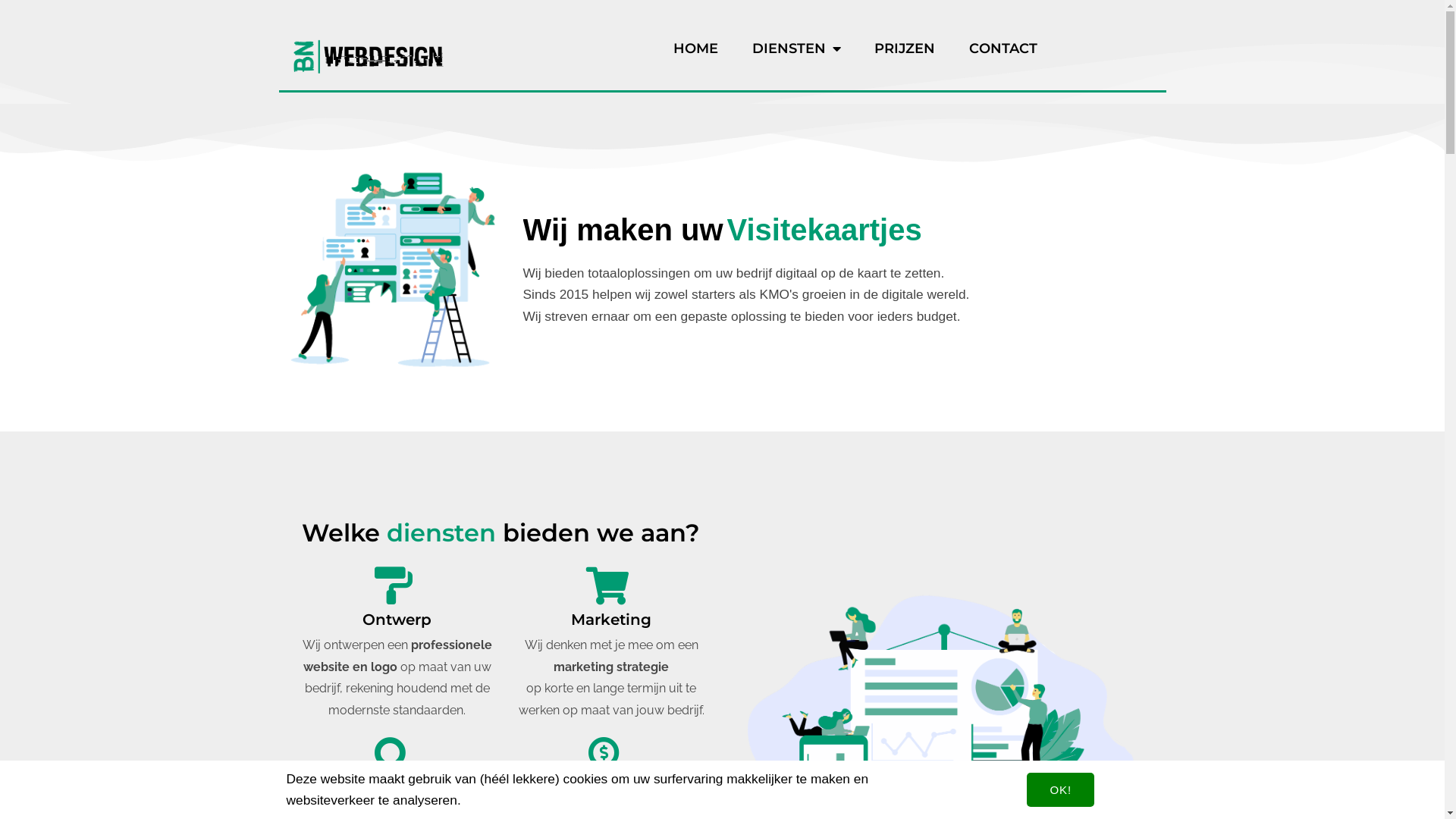 This screenshot has height=819, width=1456. Describe the element at coordinates (1026, 789) in the screenshot. I see `'OK!'` at that location.